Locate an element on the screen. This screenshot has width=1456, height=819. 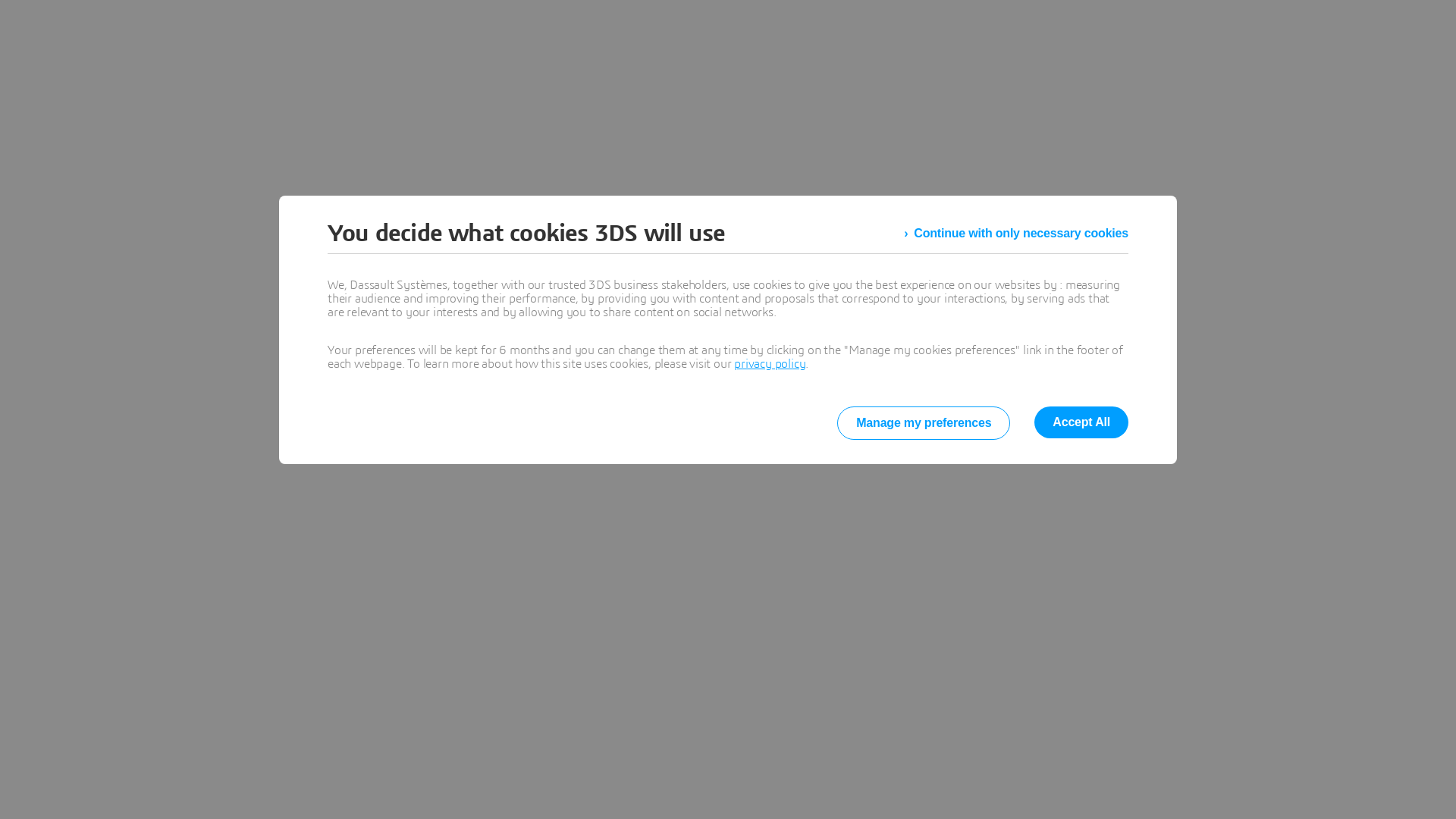
'Manage my preferences' is located at coordinates (923, 423).